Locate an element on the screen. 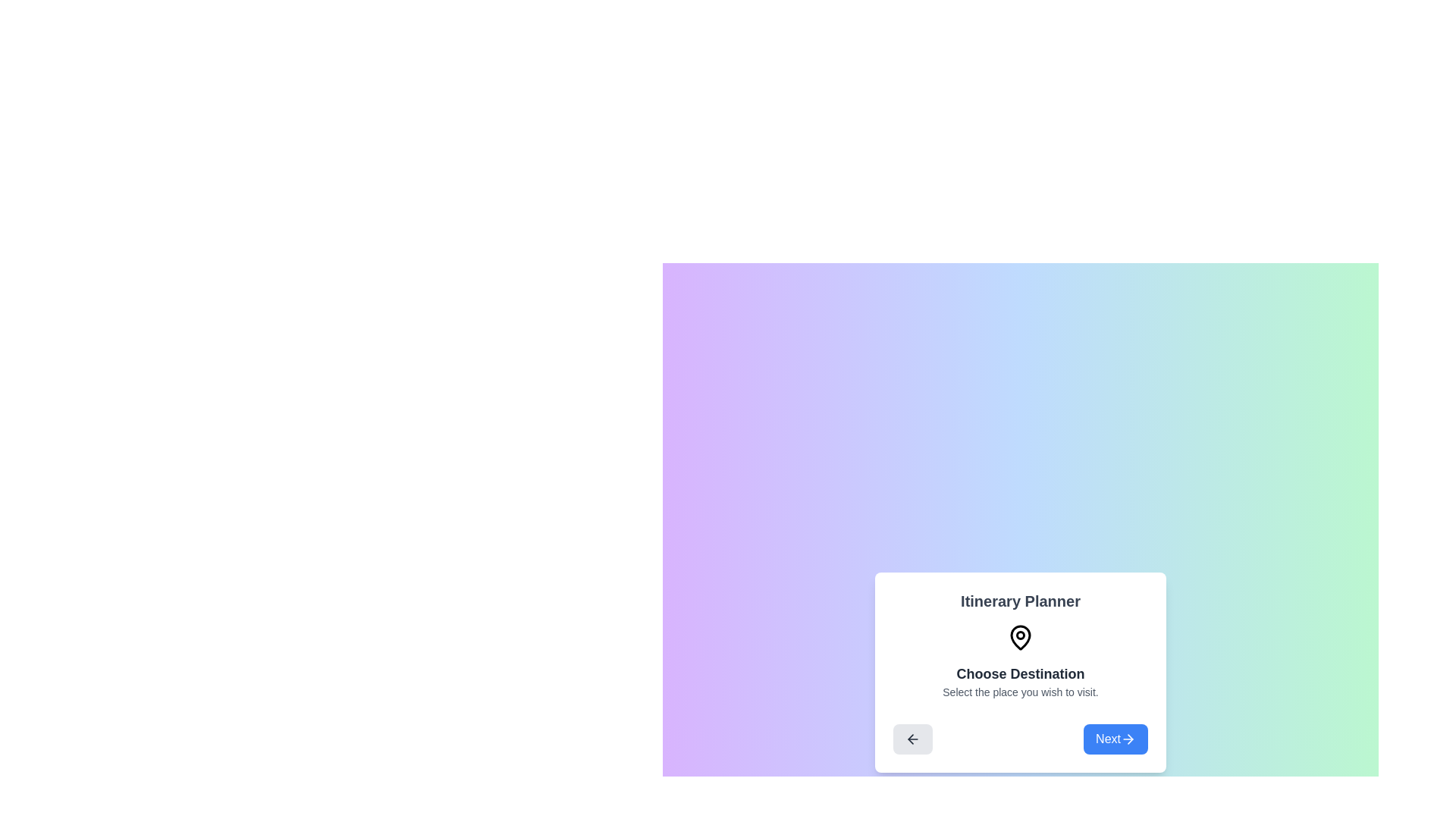 The width and height of the screenshot is (1456, 819). the map pin icon located above the texts 'Choose Destination' and 'Select the place you wish to visit' in the vertical layout card is located at coordinates (1020, 637).